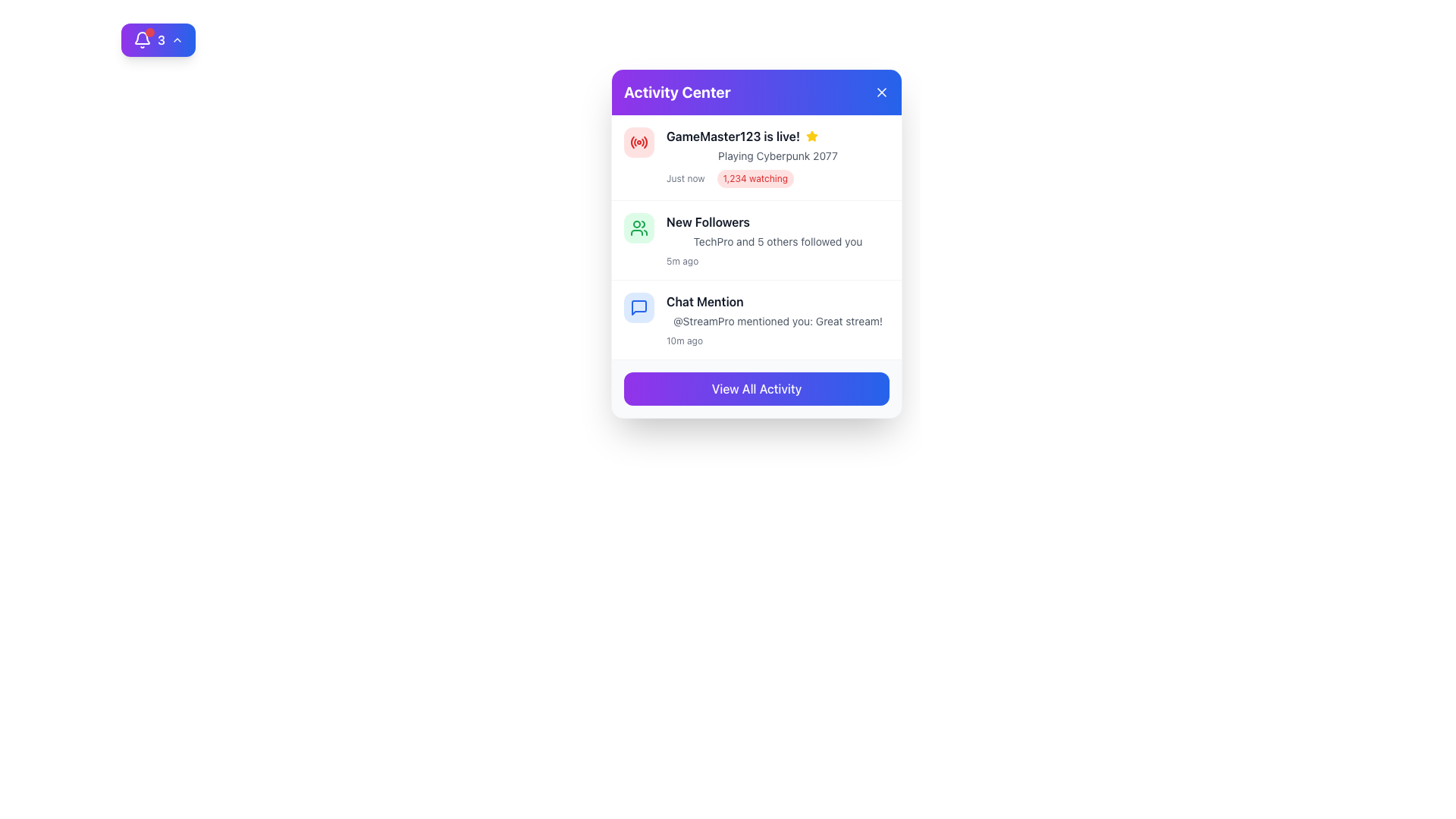 The image size is (1456, 819). I want to click on the small 'close' button styled as an 'X' icon located, so click(881, 93).